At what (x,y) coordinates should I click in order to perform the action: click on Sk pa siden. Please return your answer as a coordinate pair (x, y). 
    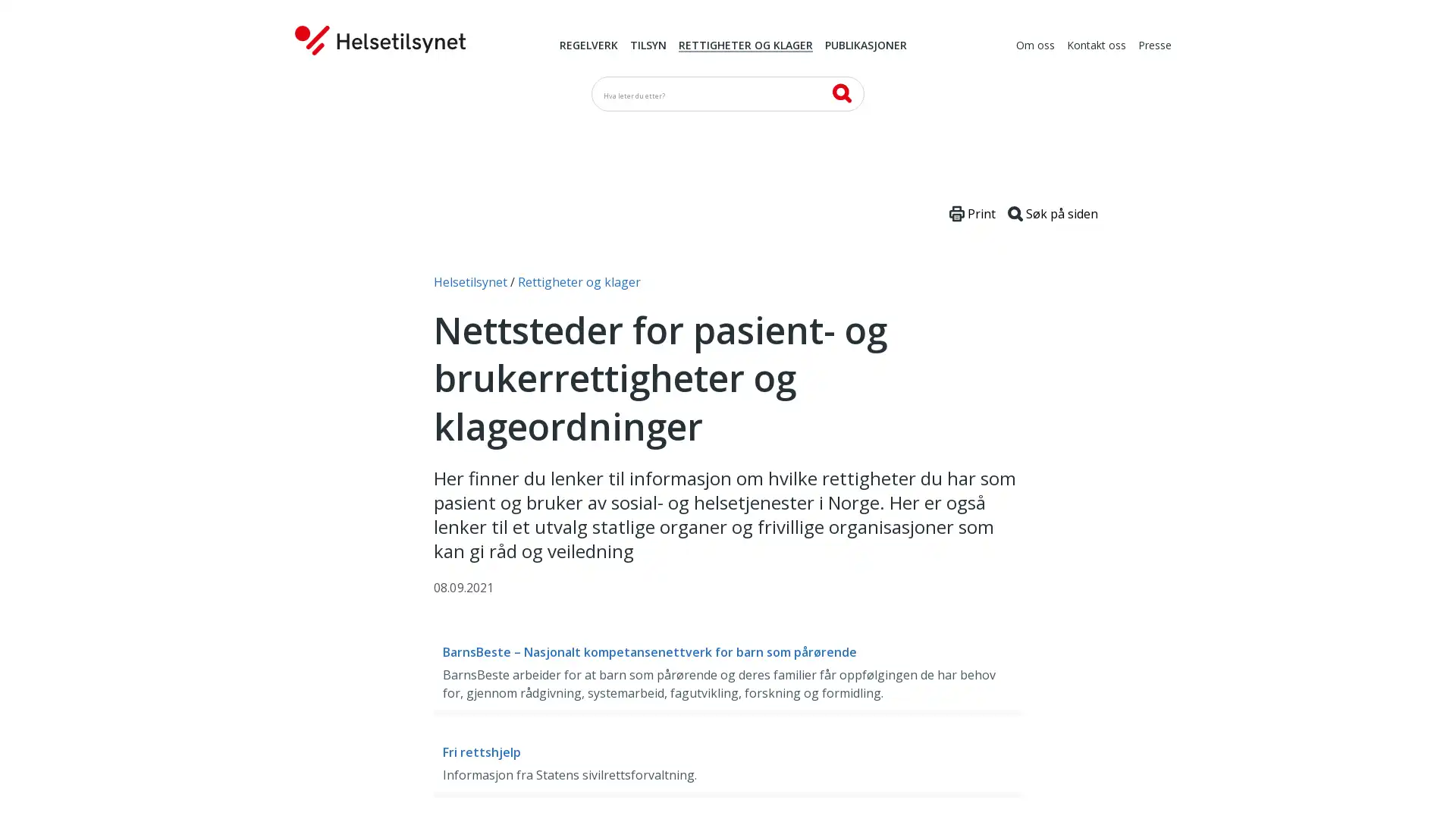
    Looking at the image, I should click on (1052, 213).